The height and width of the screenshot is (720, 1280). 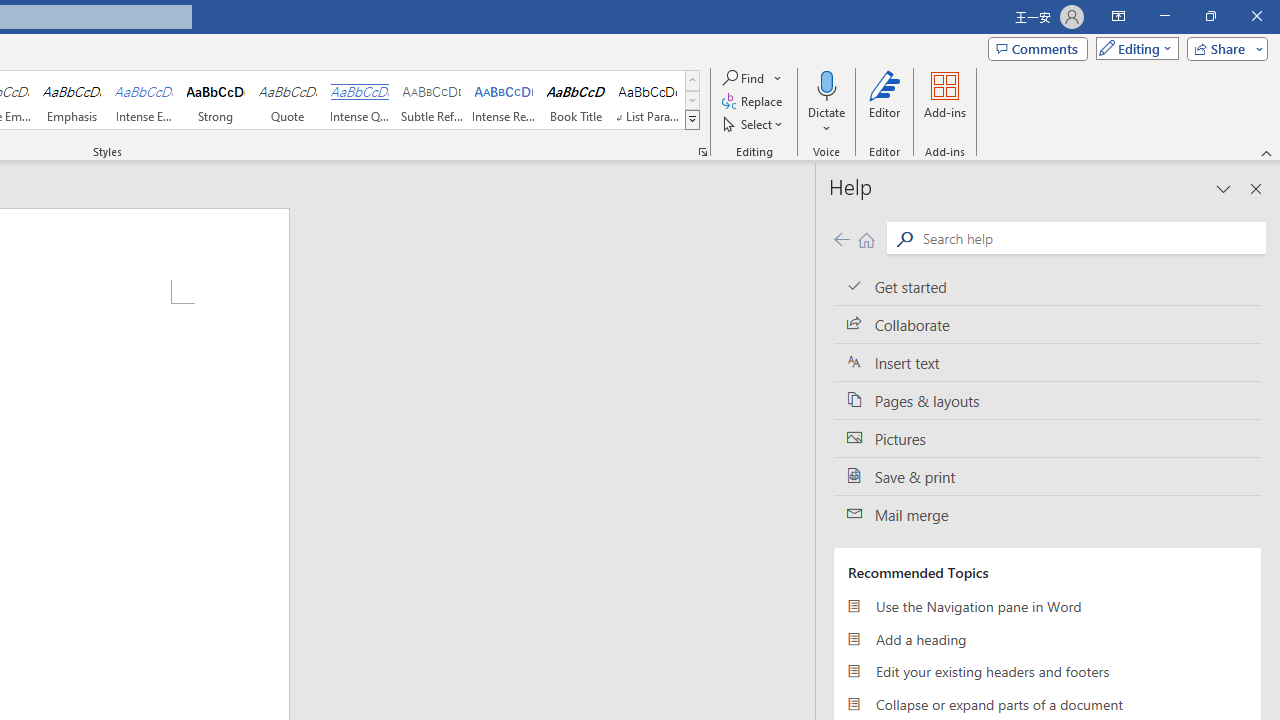 What do you see at coordinates (692, 100) in the screenshot?
I see `'Row Down'` at bounding box center [692, 100].